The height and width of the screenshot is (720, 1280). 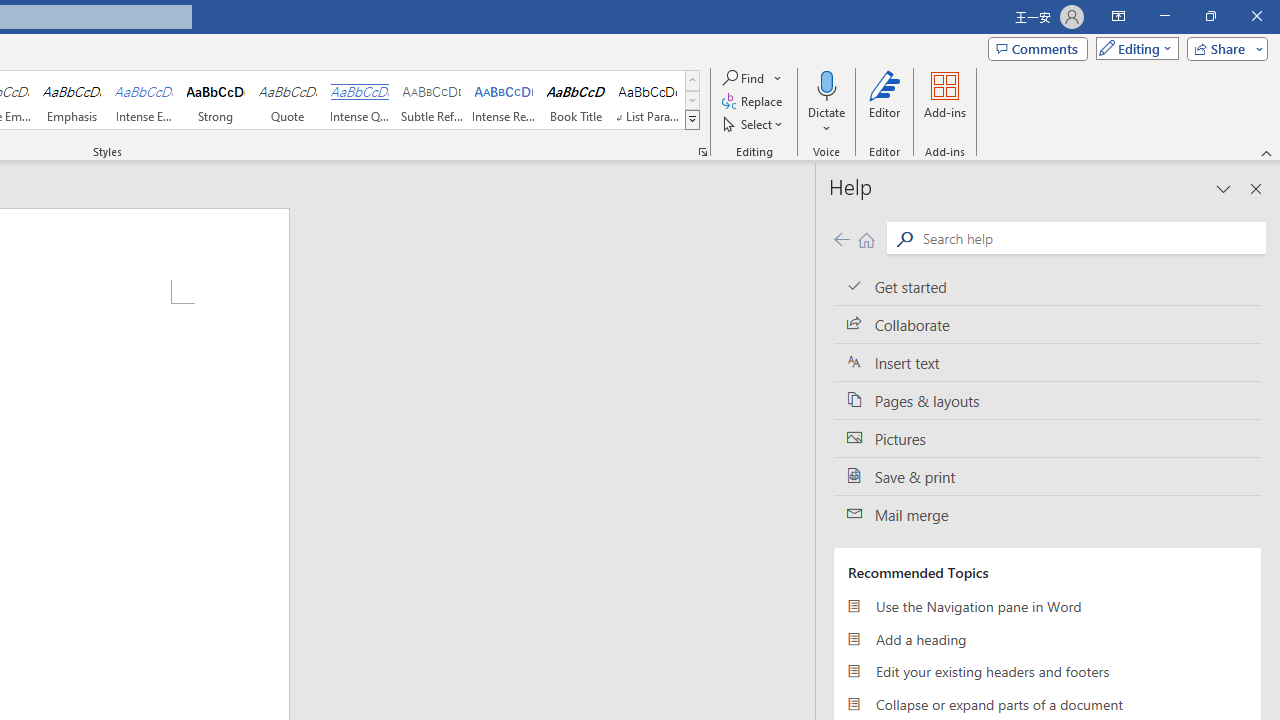 What do you see at coordinates (692, 100) in the screenshot?
I see `'Row Down'` at bounding box center [692, 100].